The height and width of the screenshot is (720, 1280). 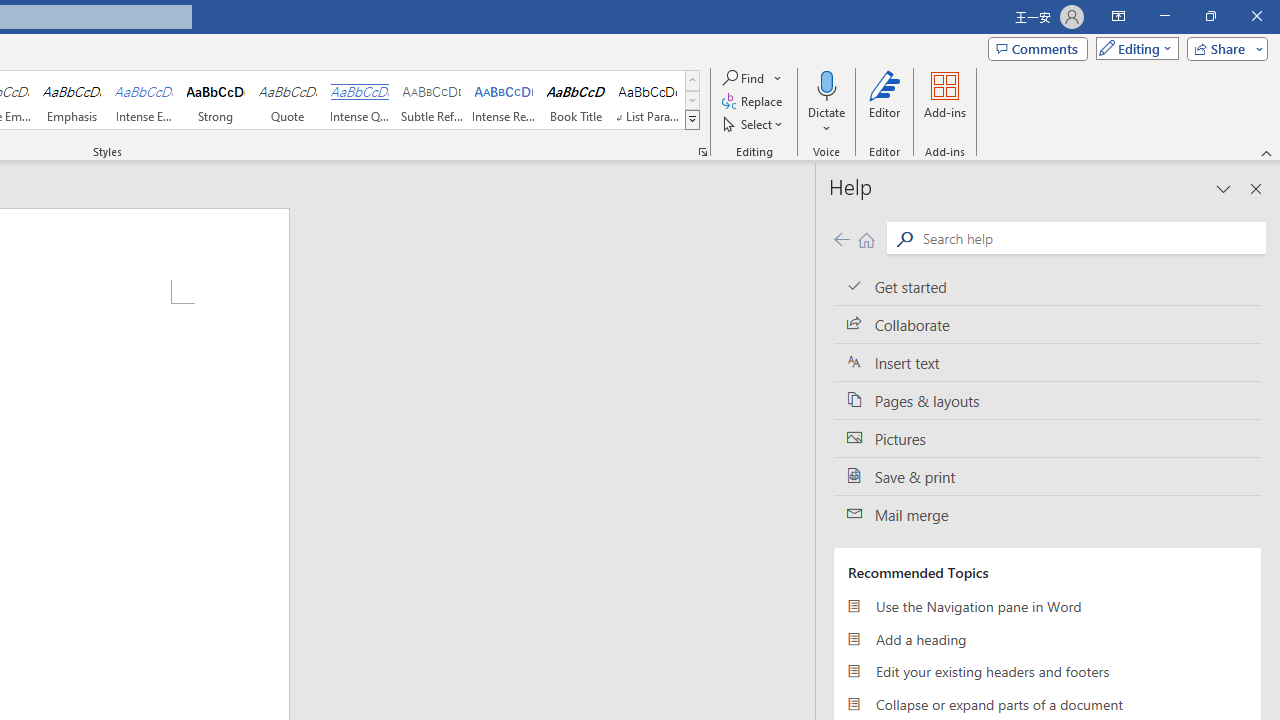 What do you see at coordinates (692, 100) in the screenshot?
I see `'Row Down'` at bounding box center [692, 100].